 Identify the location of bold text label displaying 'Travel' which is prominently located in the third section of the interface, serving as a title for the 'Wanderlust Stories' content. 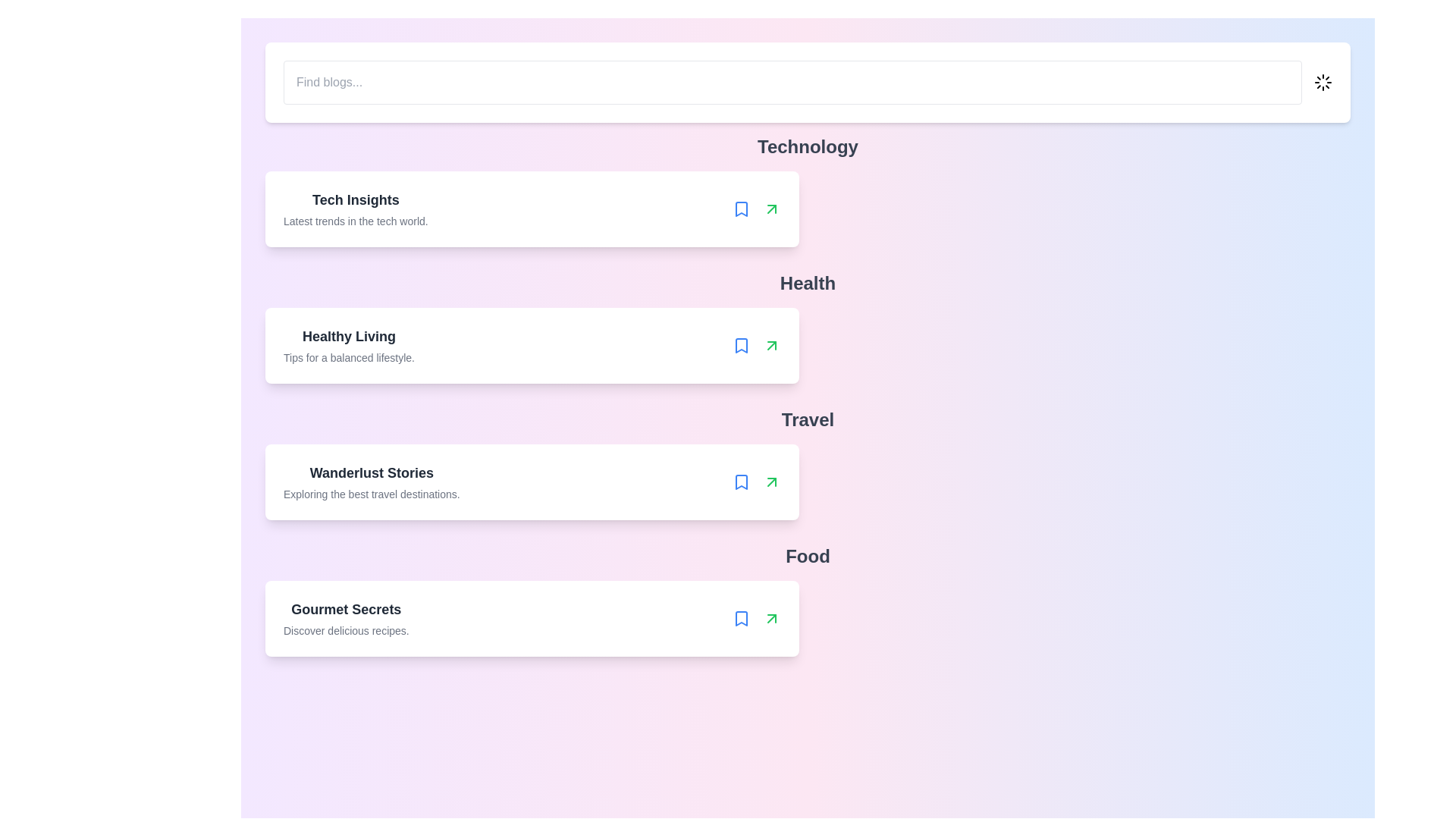
(807, 420).